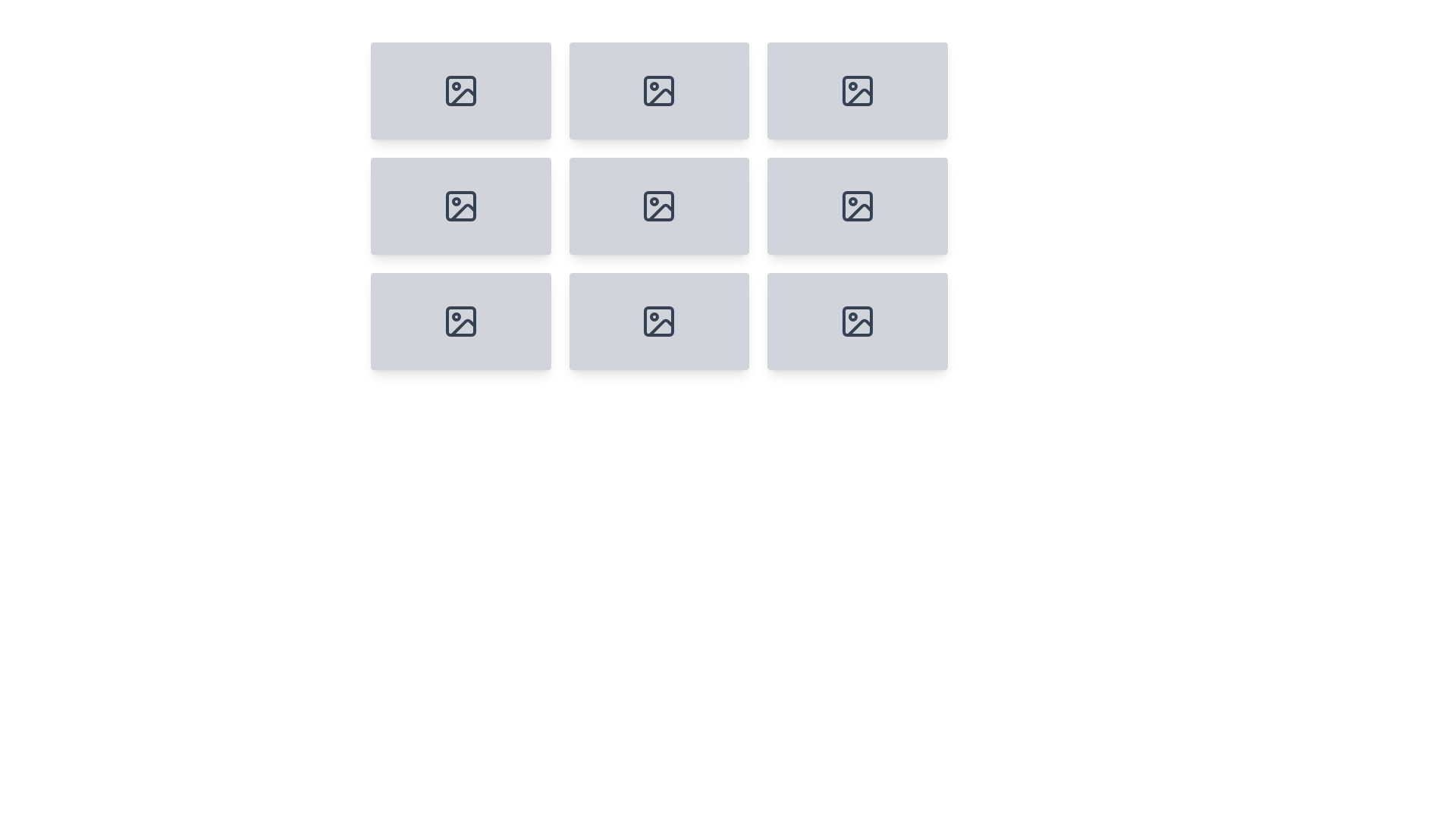  What do you see at coordinates (460, 321) in the screenshot?
I see `the icon representing an image placeholder located in the third row, second column of the grid layout` at bounding box center [460, 321].